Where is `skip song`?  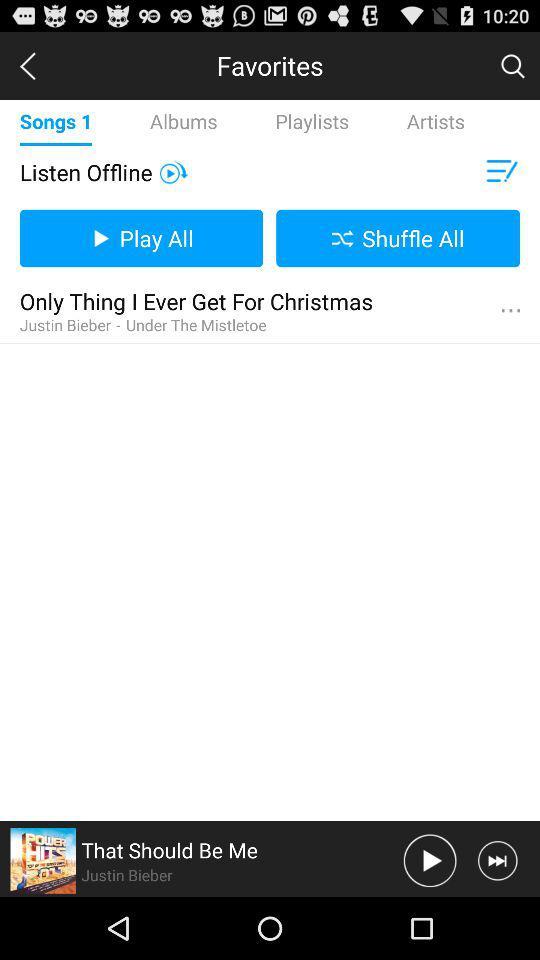 skip song is located at coordinates (496, 859).